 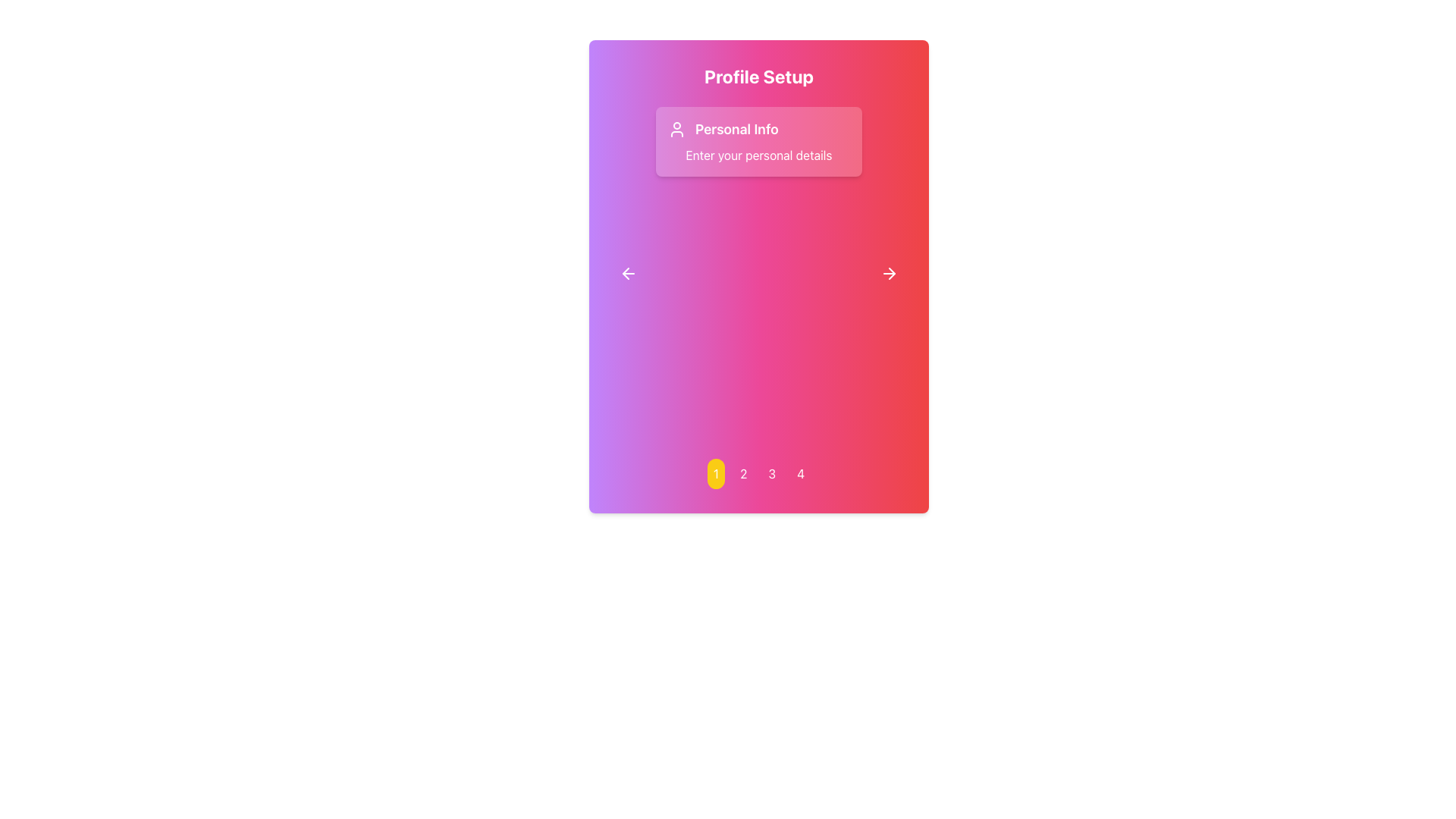 I want to click on the highlighted step number in the Progress indicator located at the bottom of the card, so click(x=759, y=472).